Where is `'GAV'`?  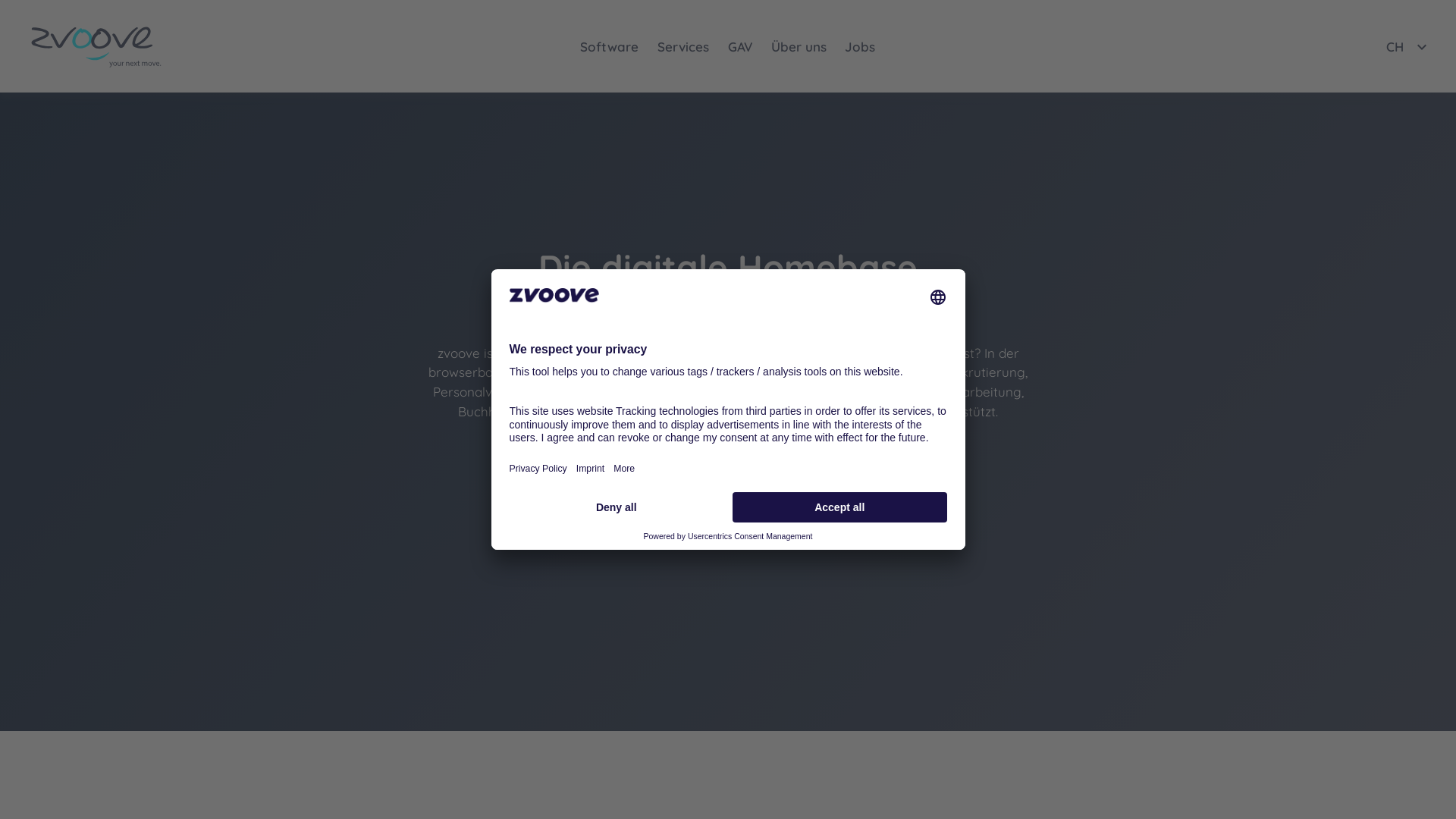
'GAV' is located at coordinates (718, 45).